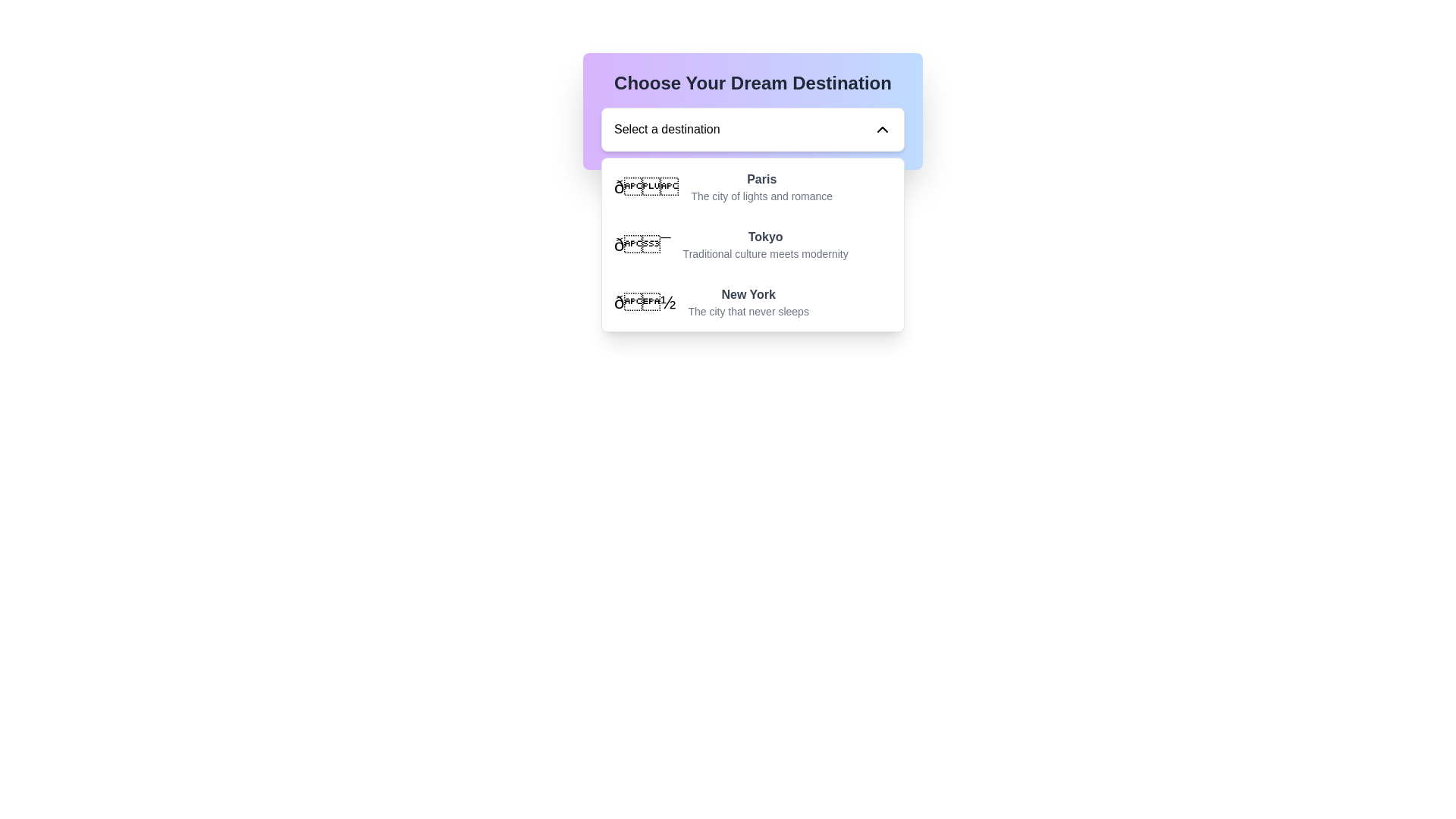  I want to click on to select the 'New York' option in the dropdown menu, which is the third entry styled with a bold city name and a description beneath it, so click(753, 302).